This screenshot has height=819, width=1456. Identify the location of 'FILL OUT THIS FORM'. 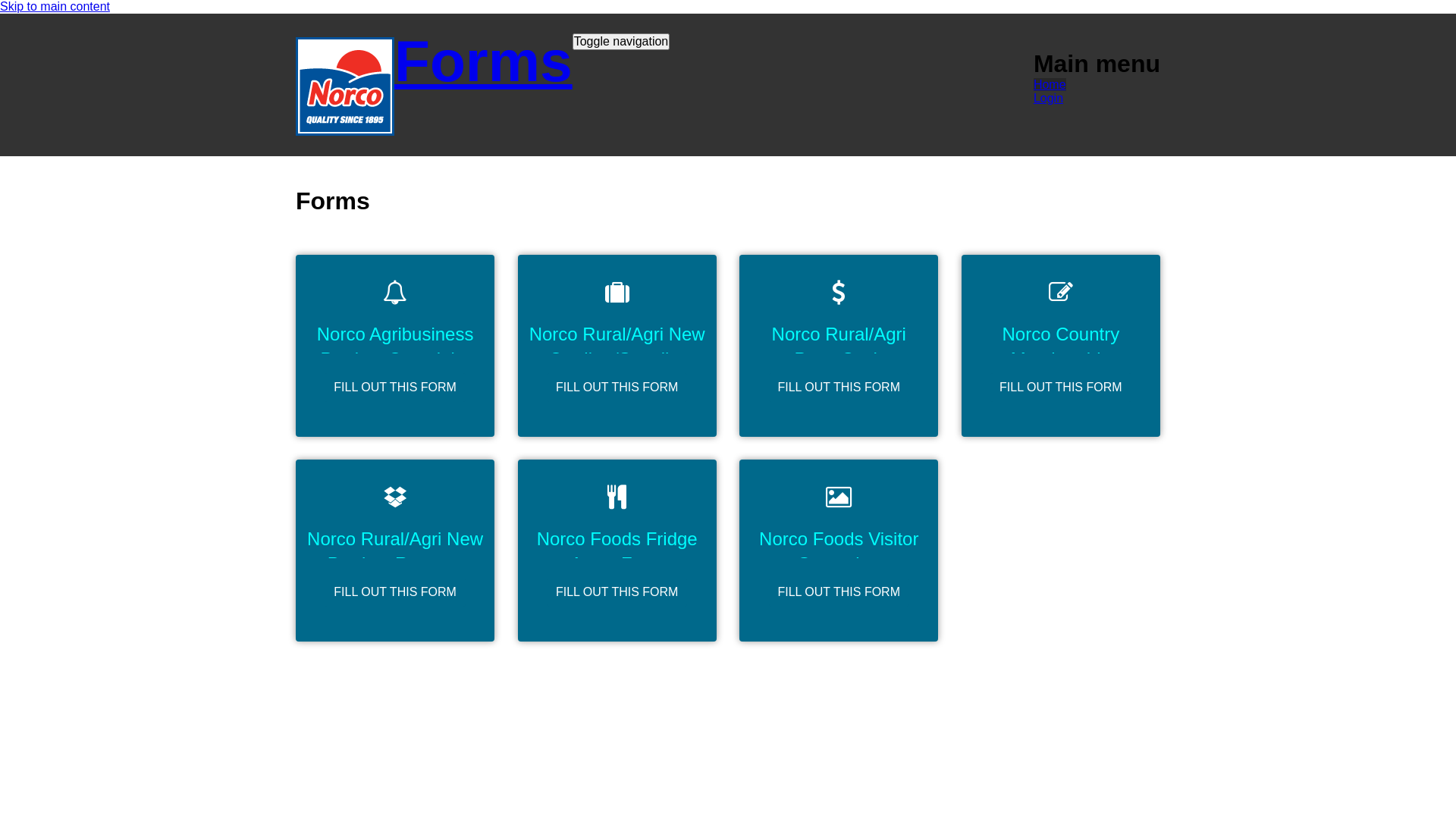
(839, 591).